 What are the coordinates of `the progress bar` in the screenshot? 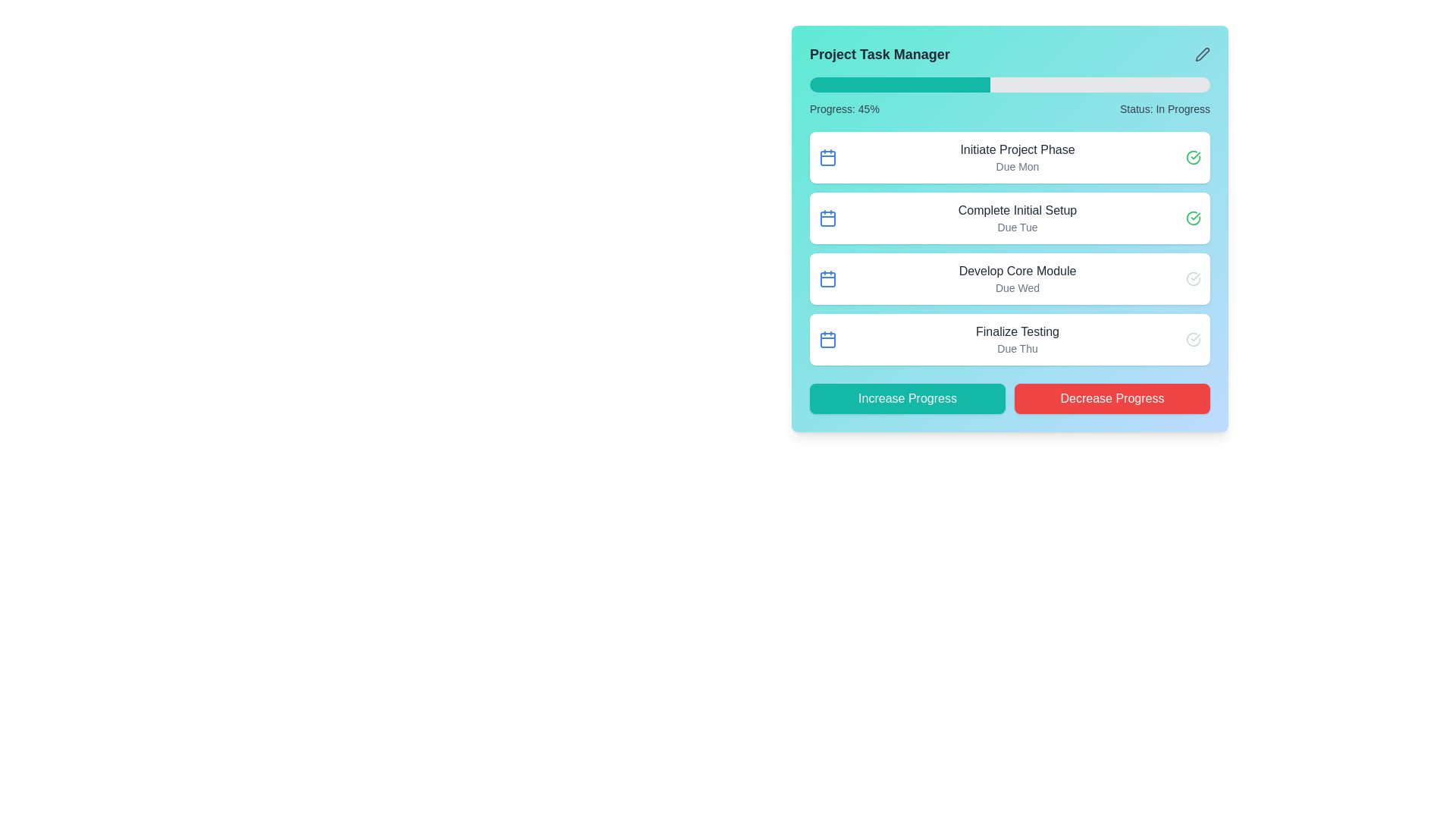 It's located at (890, 84).